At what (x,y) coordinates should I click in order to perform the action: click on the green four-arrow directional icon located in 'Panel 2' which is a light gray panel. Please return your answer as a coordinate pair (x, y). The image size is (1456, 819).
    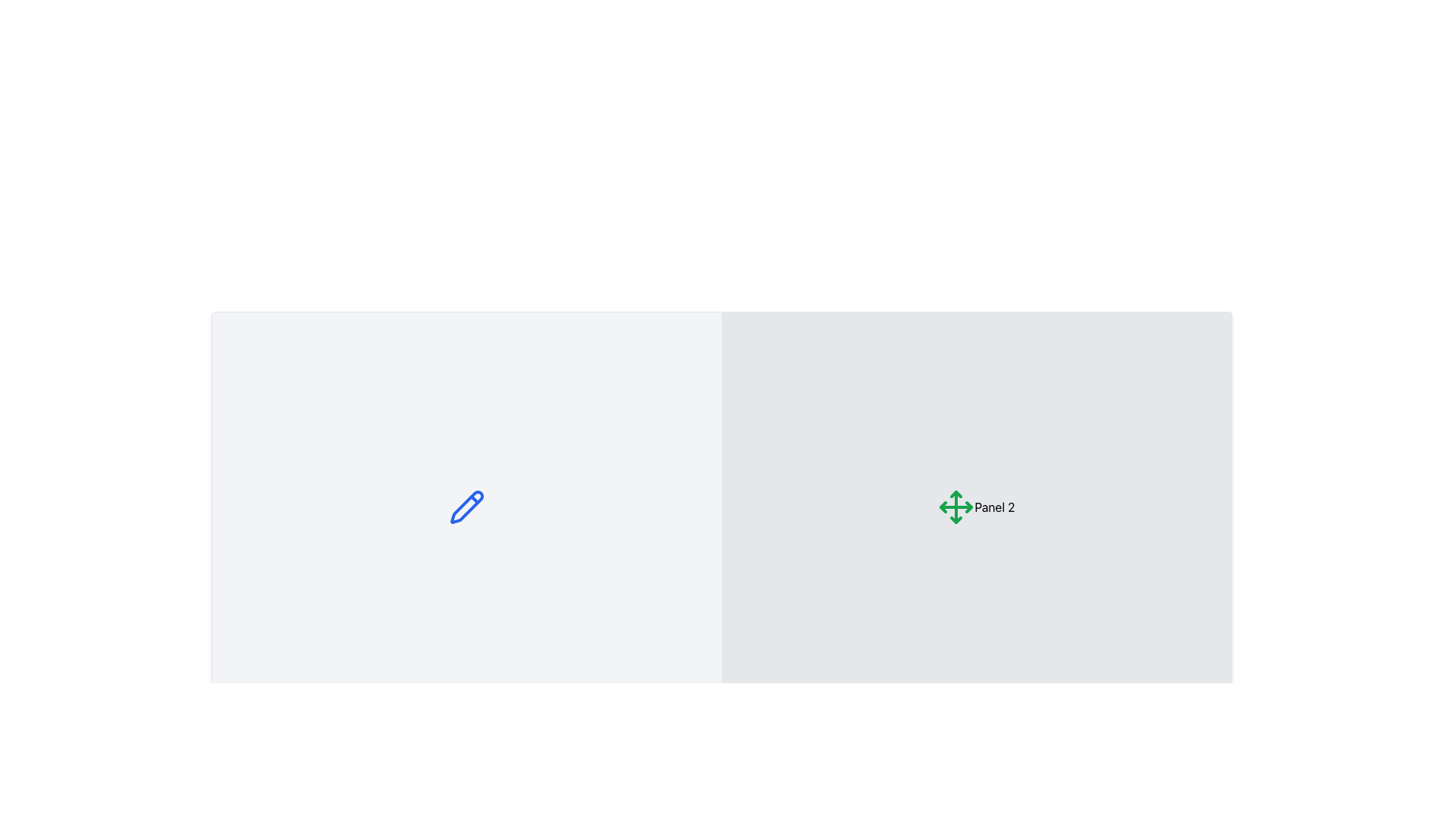
    Looking at the image, I should click on (955, 507).